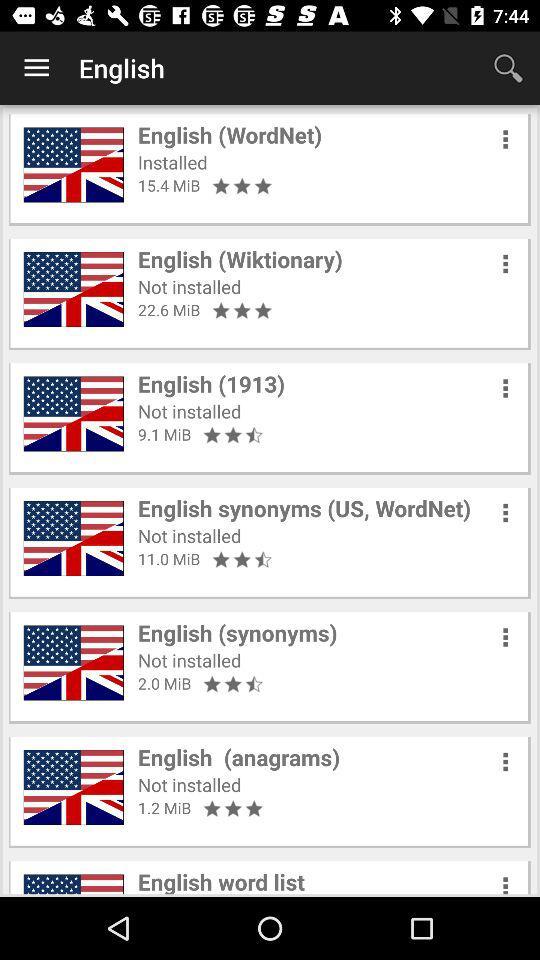 The image size is (540, 960). Describe the element at coordinates (240, 258) in the screenshot. I see `the english (wiktionary) item` at that location.